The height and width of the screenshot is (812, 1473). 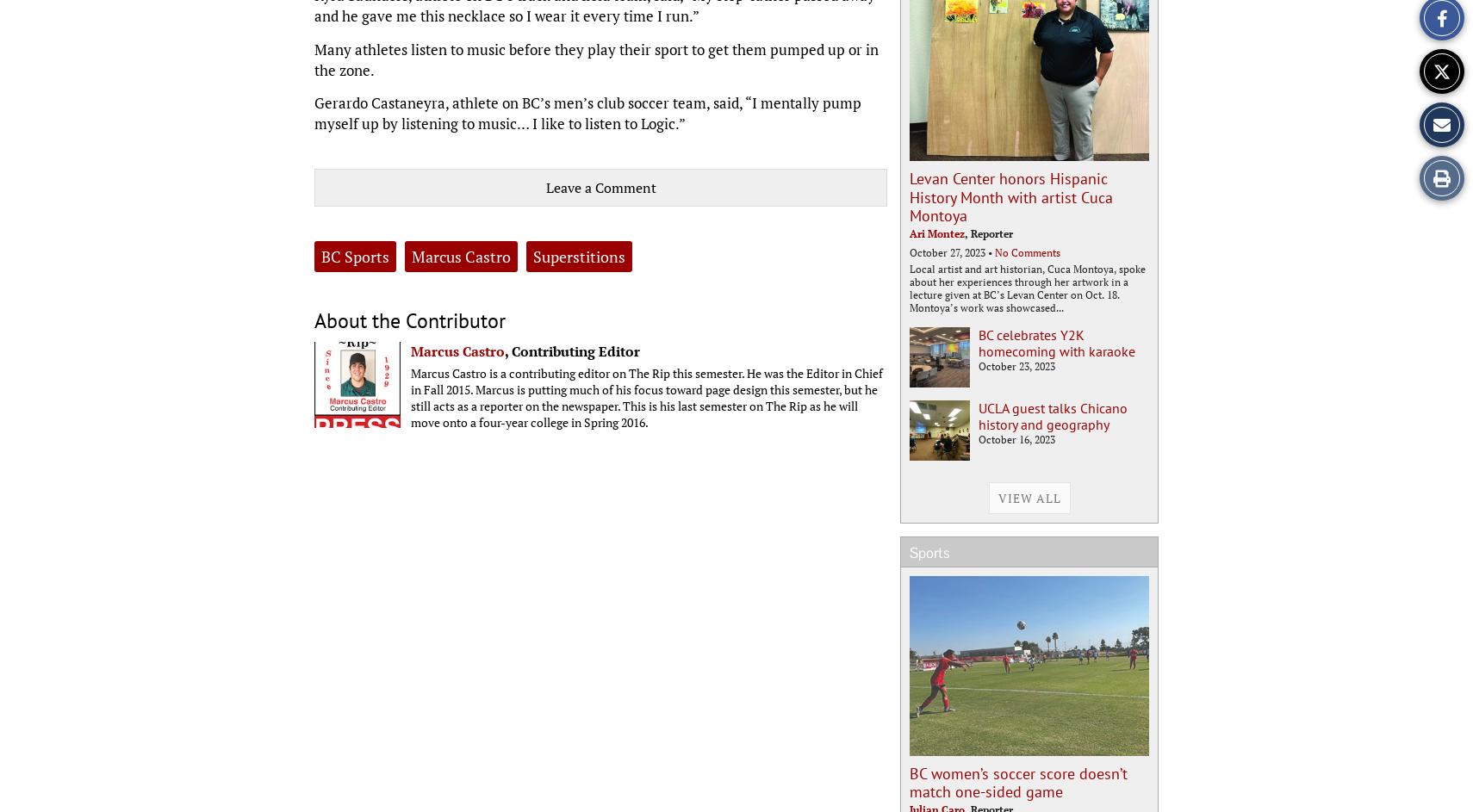 I want to click on 'BC women’s soccer score doesn’t match one-sided game', so click(x=1017, y=781).